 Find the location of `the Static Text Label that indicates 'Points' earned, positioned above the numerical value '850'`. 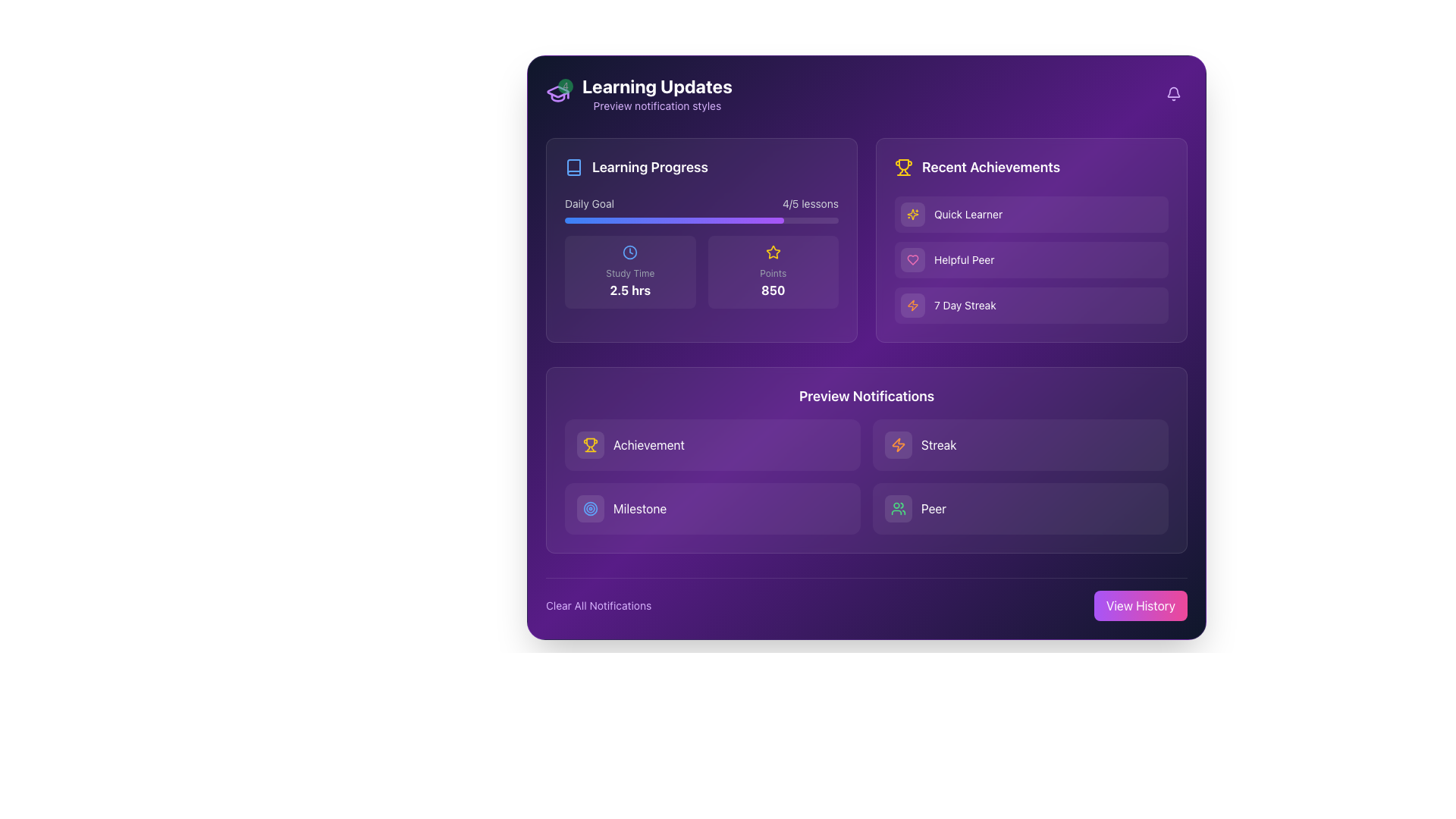

the Static Text Label that indicates 'Points' earned, positioned above the numerical value '850' is located at coordinates (773, 273).